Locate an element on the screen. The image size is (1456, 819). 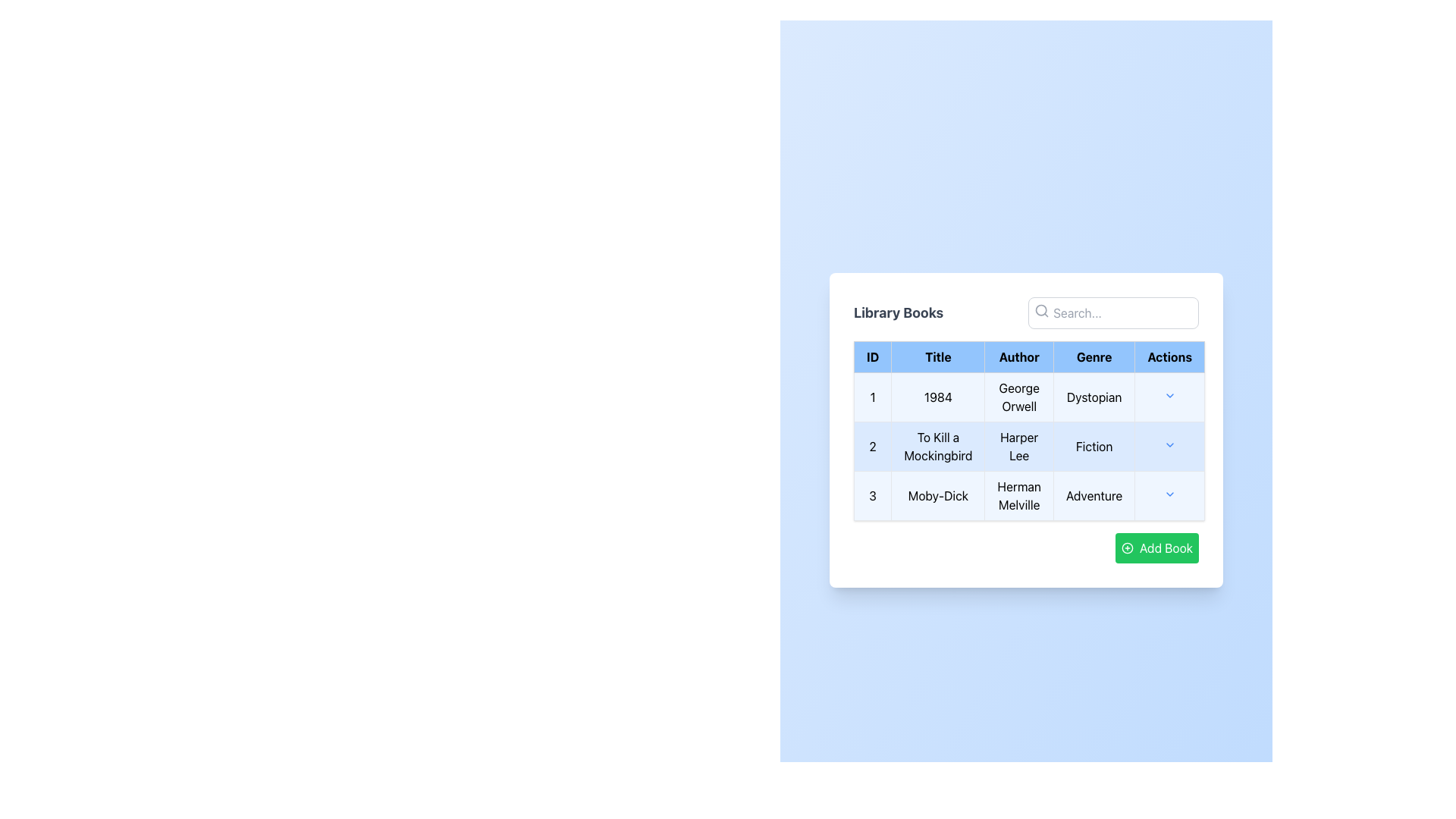
the circular SVG graphical component that forms the lens of the magnifying glass icon in the Library Books section is located at coordinates (1040, 309).